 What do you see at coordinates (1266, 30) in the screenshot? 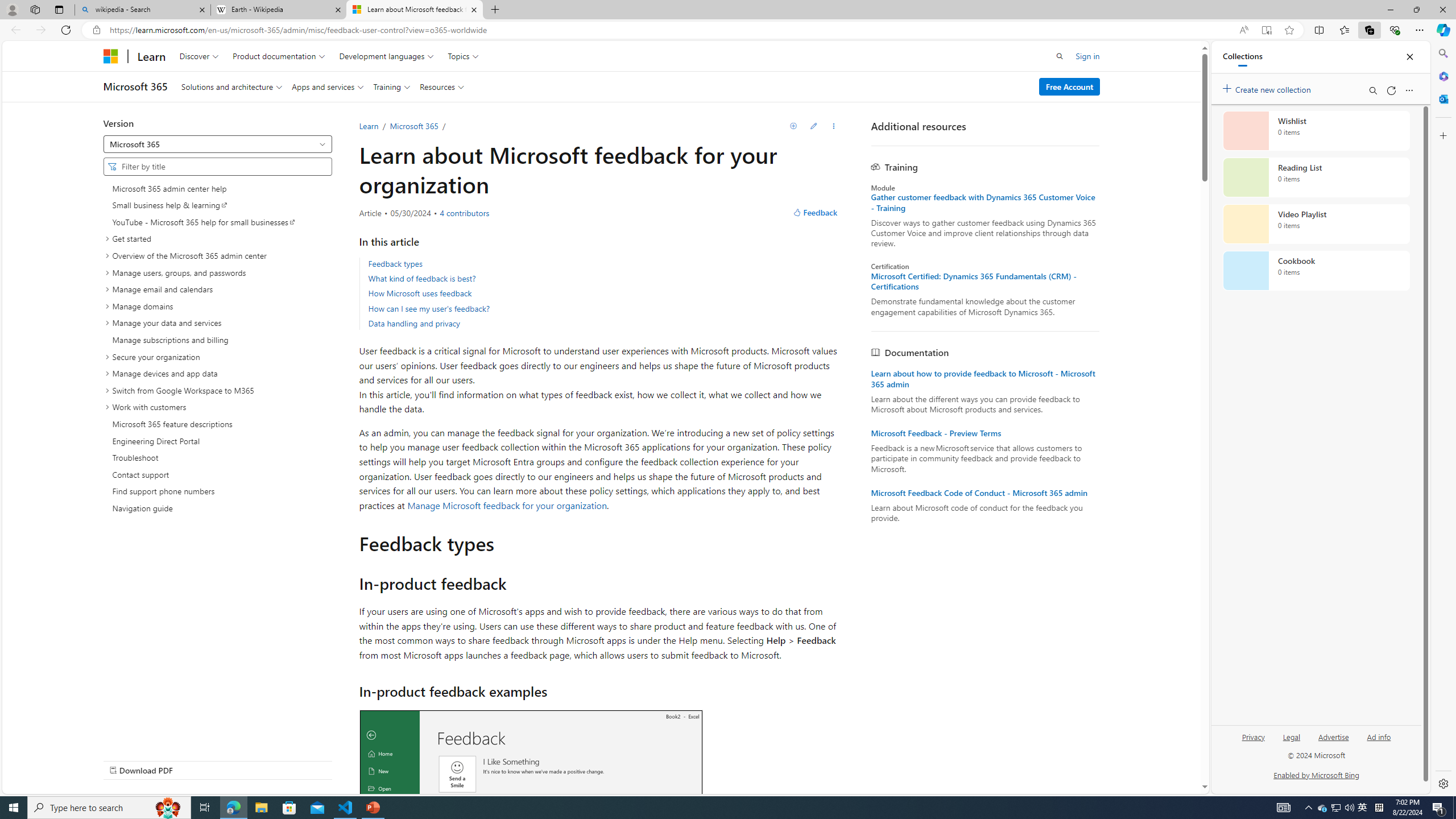
I see `'Enter Immersive Reader (F9)'` at bounding box center [1266, 30].